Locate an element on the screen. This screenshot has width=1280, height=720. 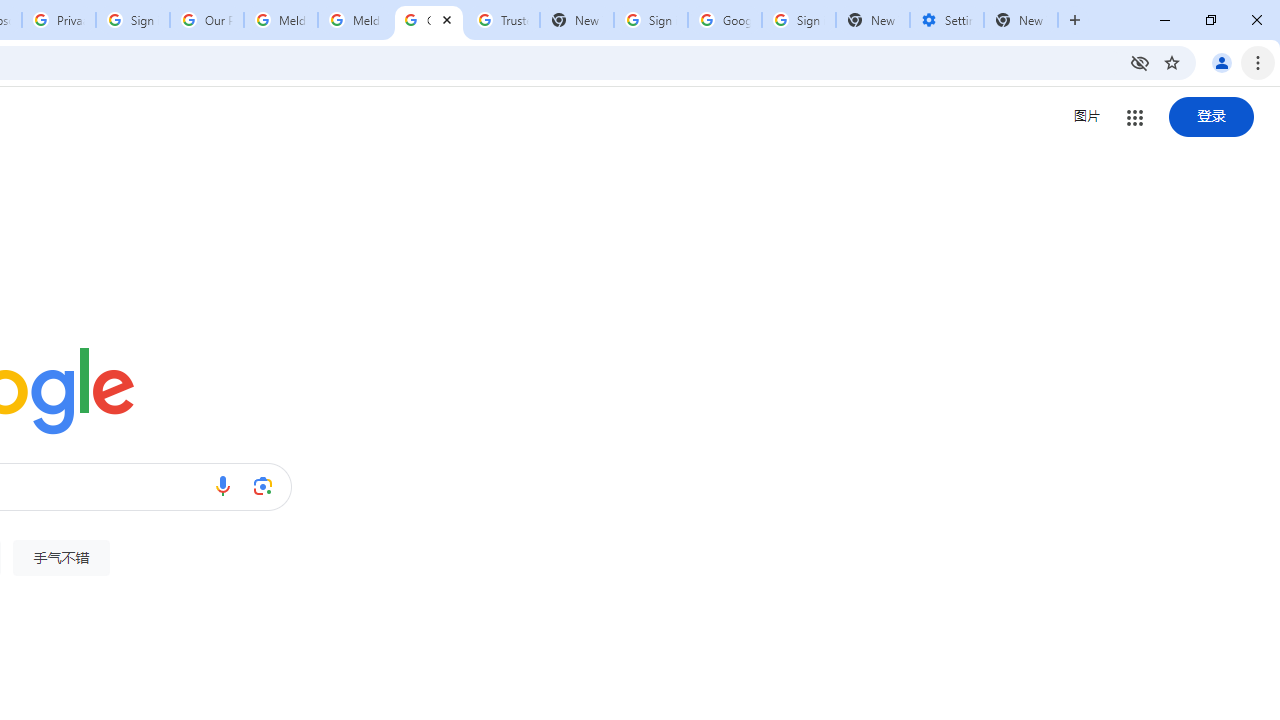
'Sign in - Google Accounts' is located at coordinates (132, 20).